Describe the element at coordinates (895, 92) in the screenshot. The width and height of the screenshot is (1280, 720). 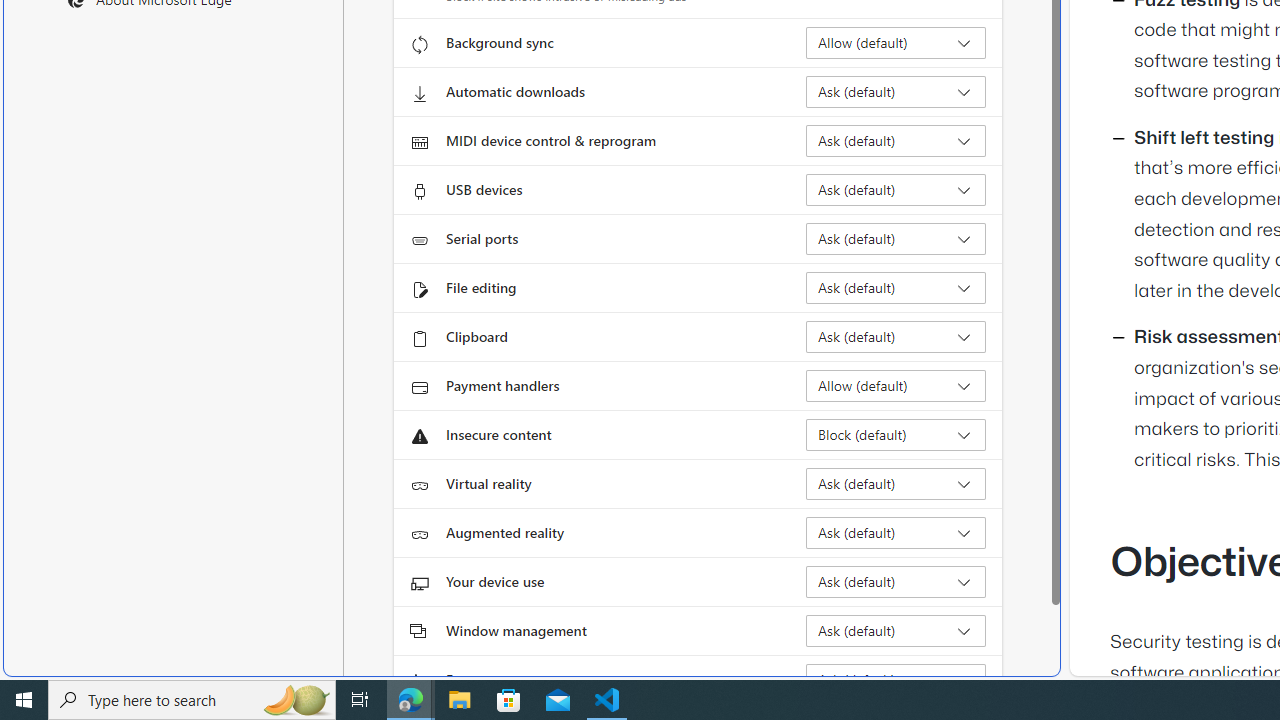
I see `'Automatic downloads Ask (default)'` at that location.